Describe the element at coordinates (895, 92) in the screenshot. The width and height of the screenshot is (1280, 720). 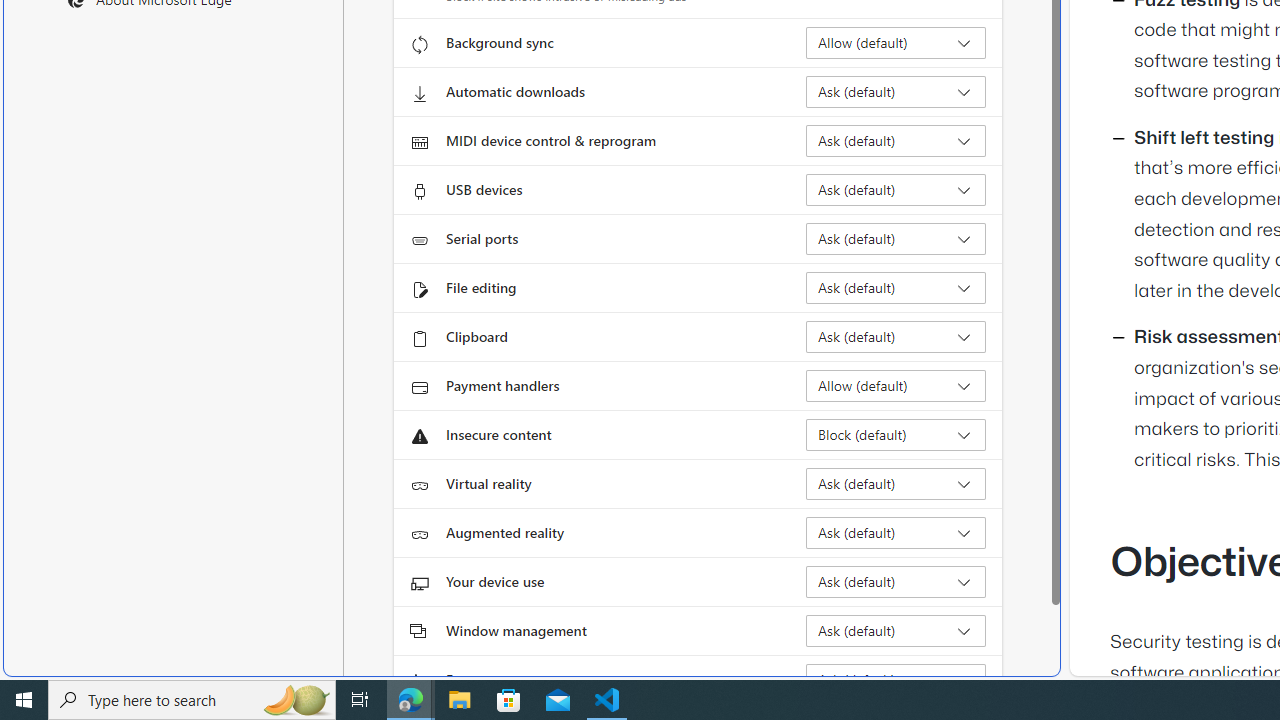
I see `'Automatic downloads Ask (default)'` at that location.